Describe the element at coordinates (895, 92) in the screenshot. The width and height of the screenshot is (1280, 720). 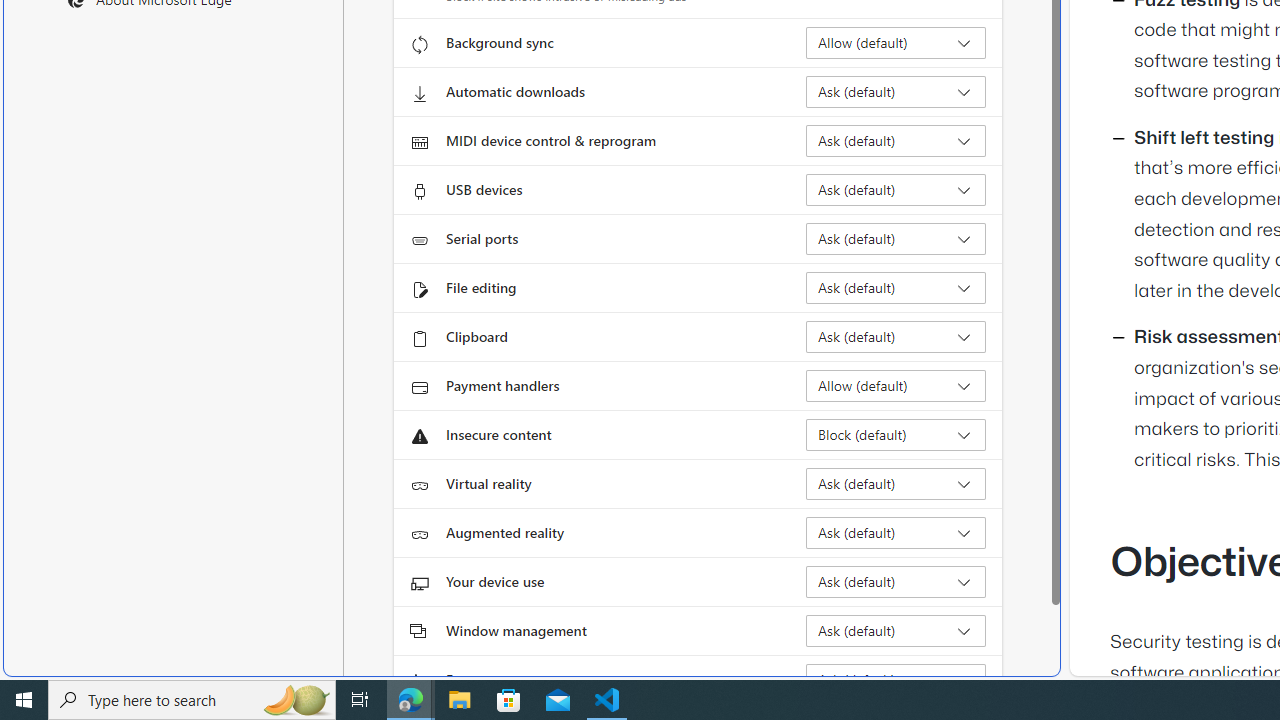
I see `'Automatic downloads Ask (default)'` at that location.